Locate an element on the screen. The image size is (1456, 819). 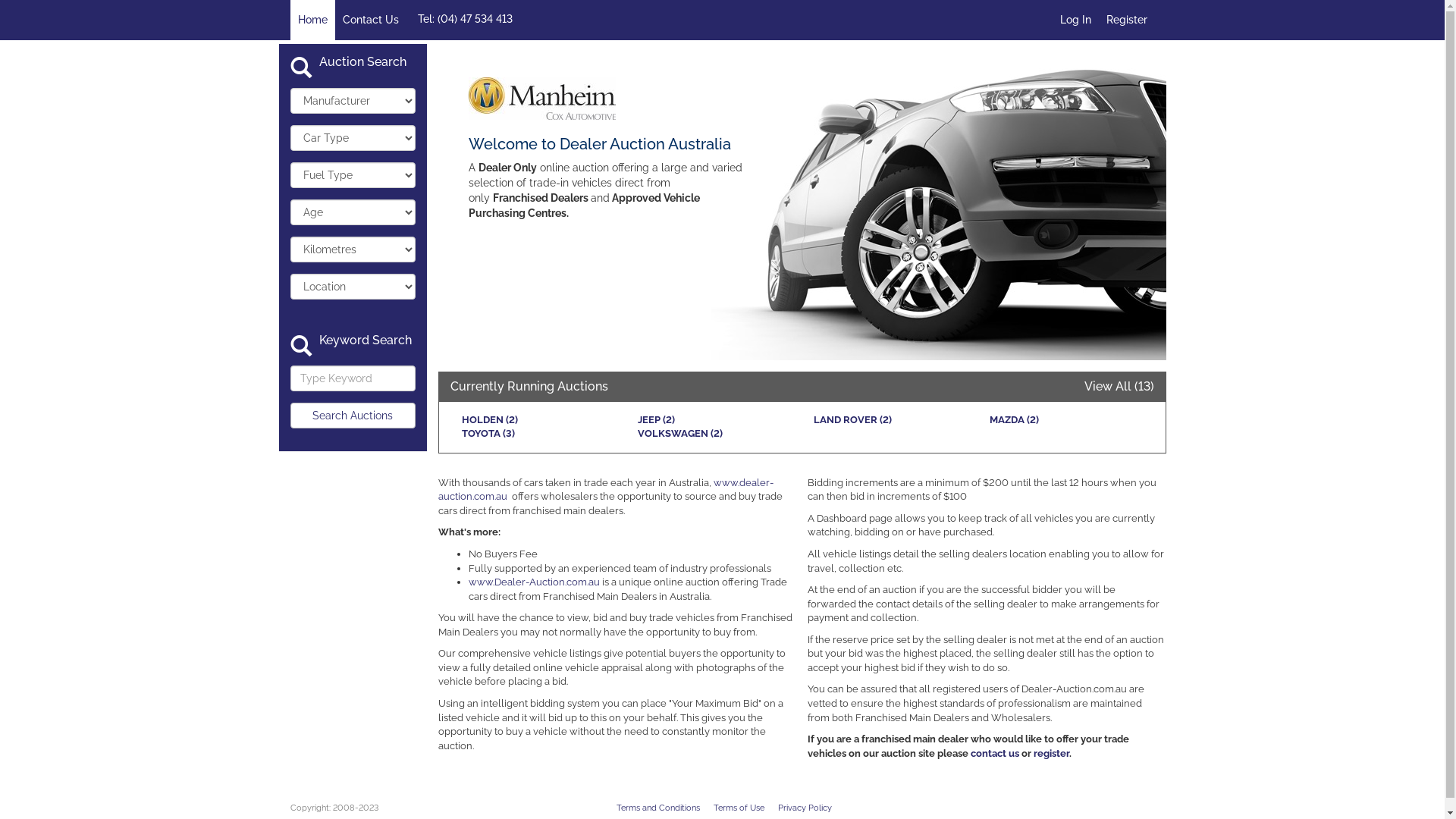
'Terms and Conditions' is located at coordinates (657, 807).